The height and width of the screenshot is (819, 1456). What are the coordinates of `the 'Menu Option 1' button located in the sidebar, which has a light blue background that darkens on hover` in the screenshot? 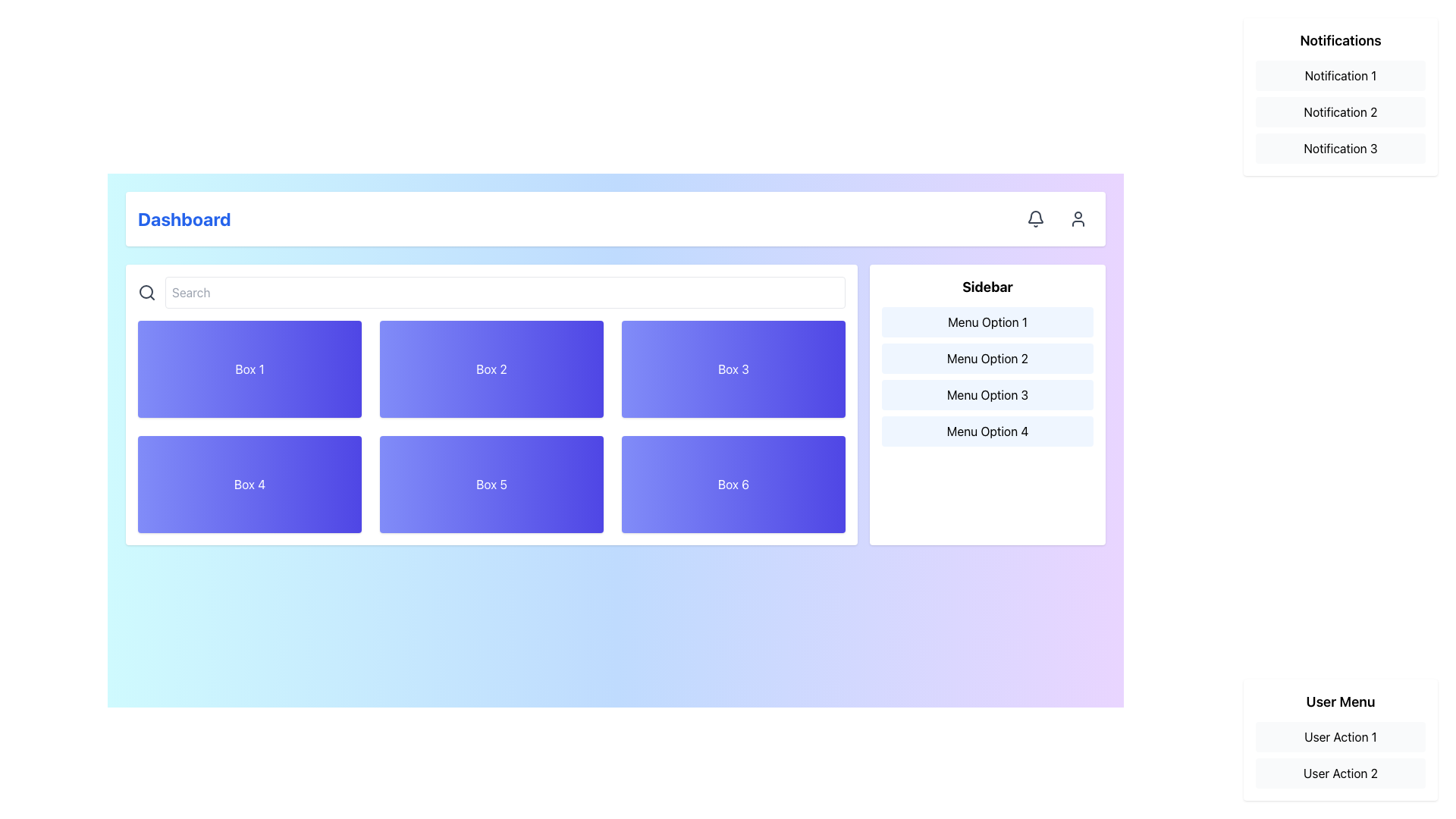 It's located at (987, 321).